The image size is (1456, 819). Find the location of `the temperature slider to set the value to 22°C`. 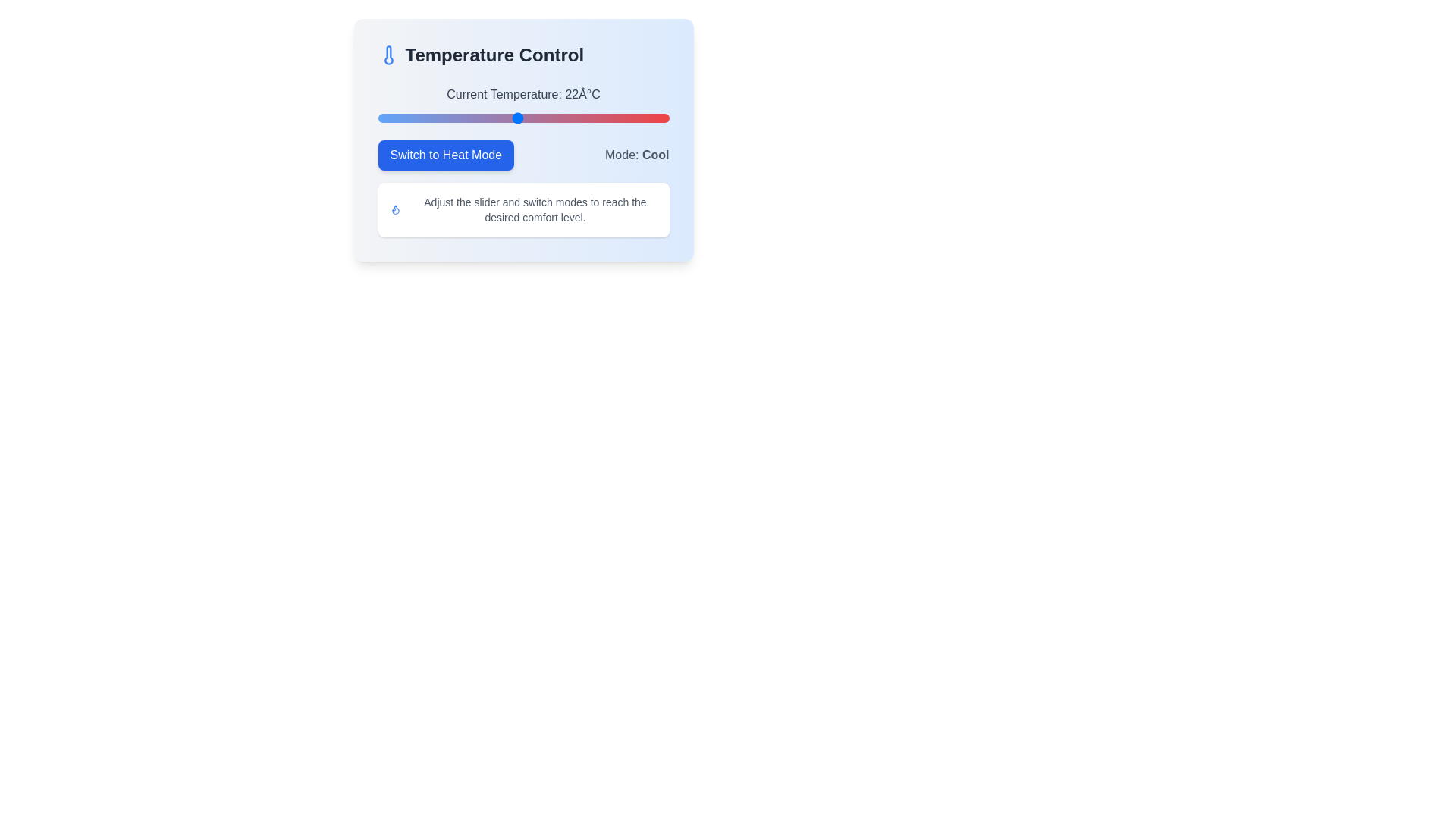

the temperature slider to set the value to 22°C is located at coordinates (517, 117).